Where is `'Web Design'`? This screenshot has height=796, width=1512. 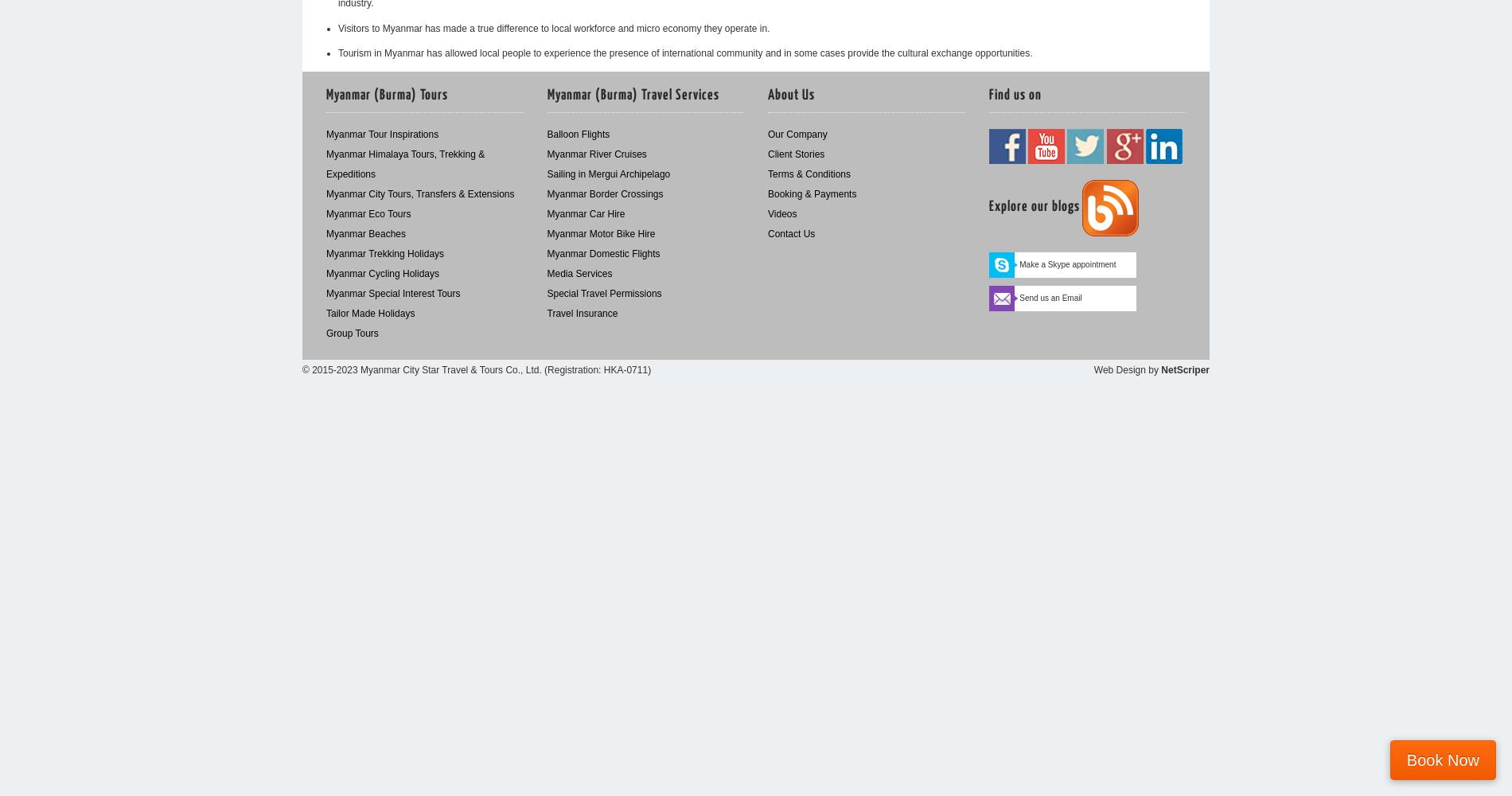 'Web Design' is located at coordinates (1118, 369).